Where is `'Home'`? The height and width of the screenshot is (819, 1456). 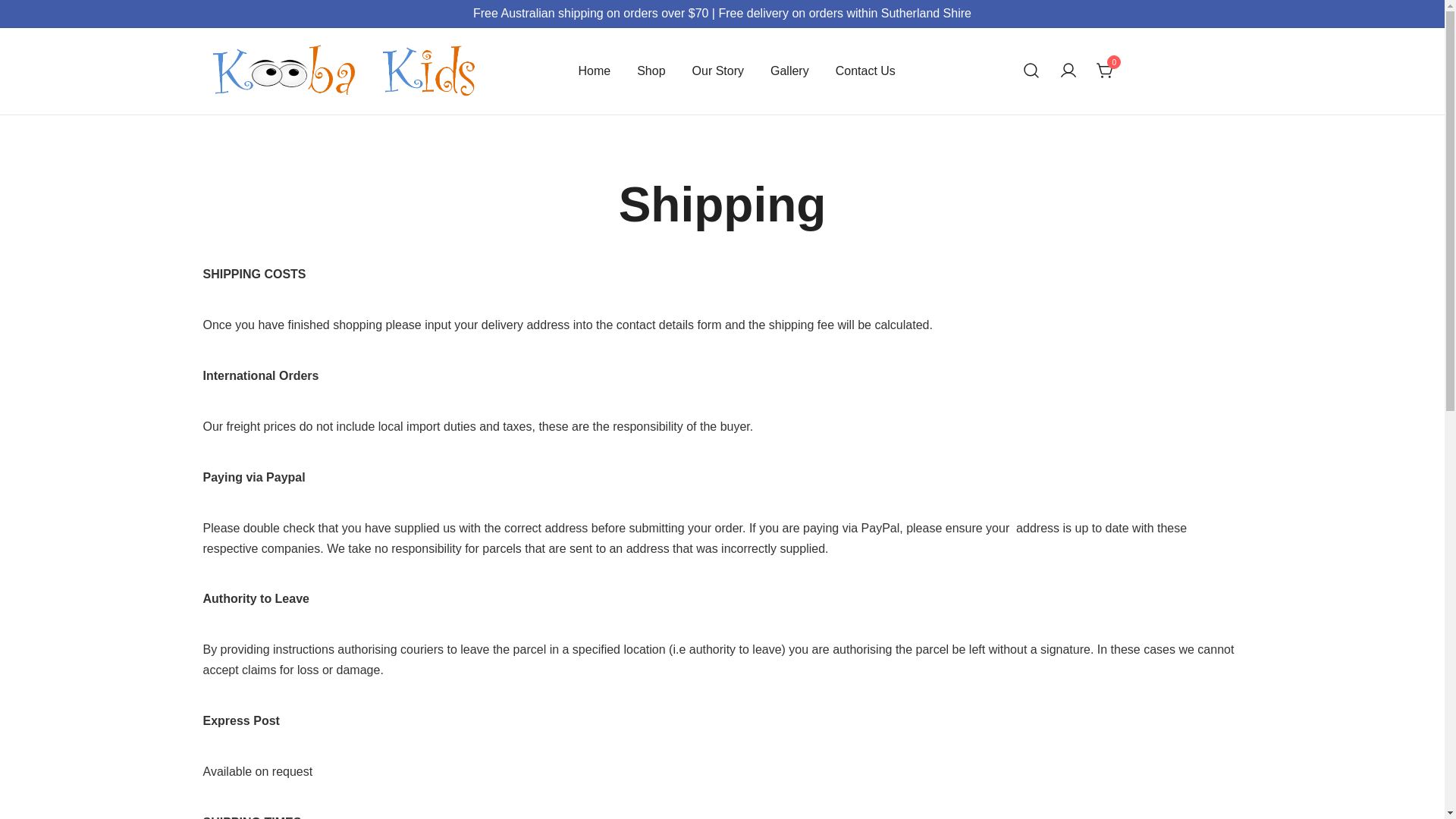
'Home' is located at coordinates (593, 71).